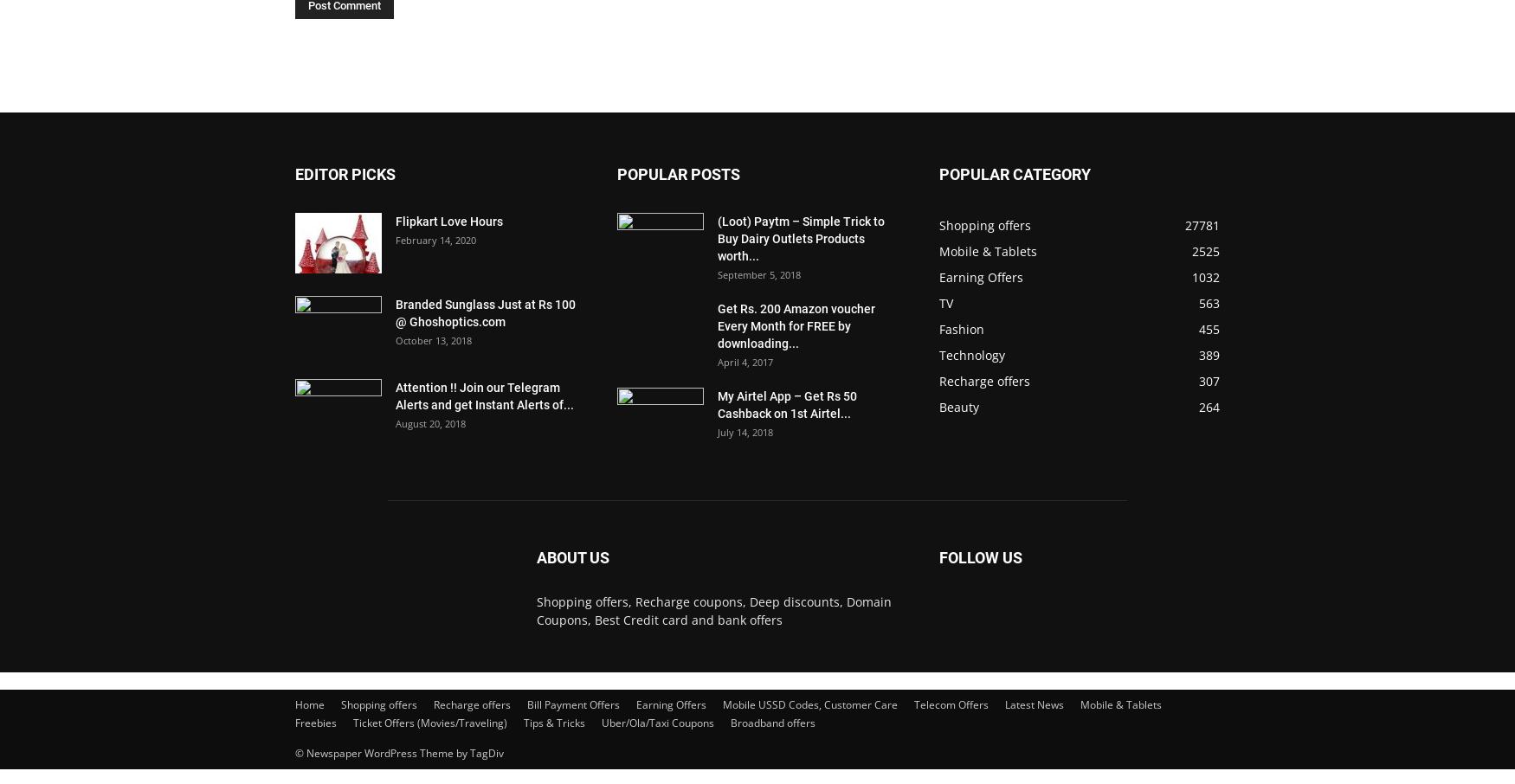  Describe the element at coordinates (1209, 381) in the screenshot. I see `'307'` at that location.